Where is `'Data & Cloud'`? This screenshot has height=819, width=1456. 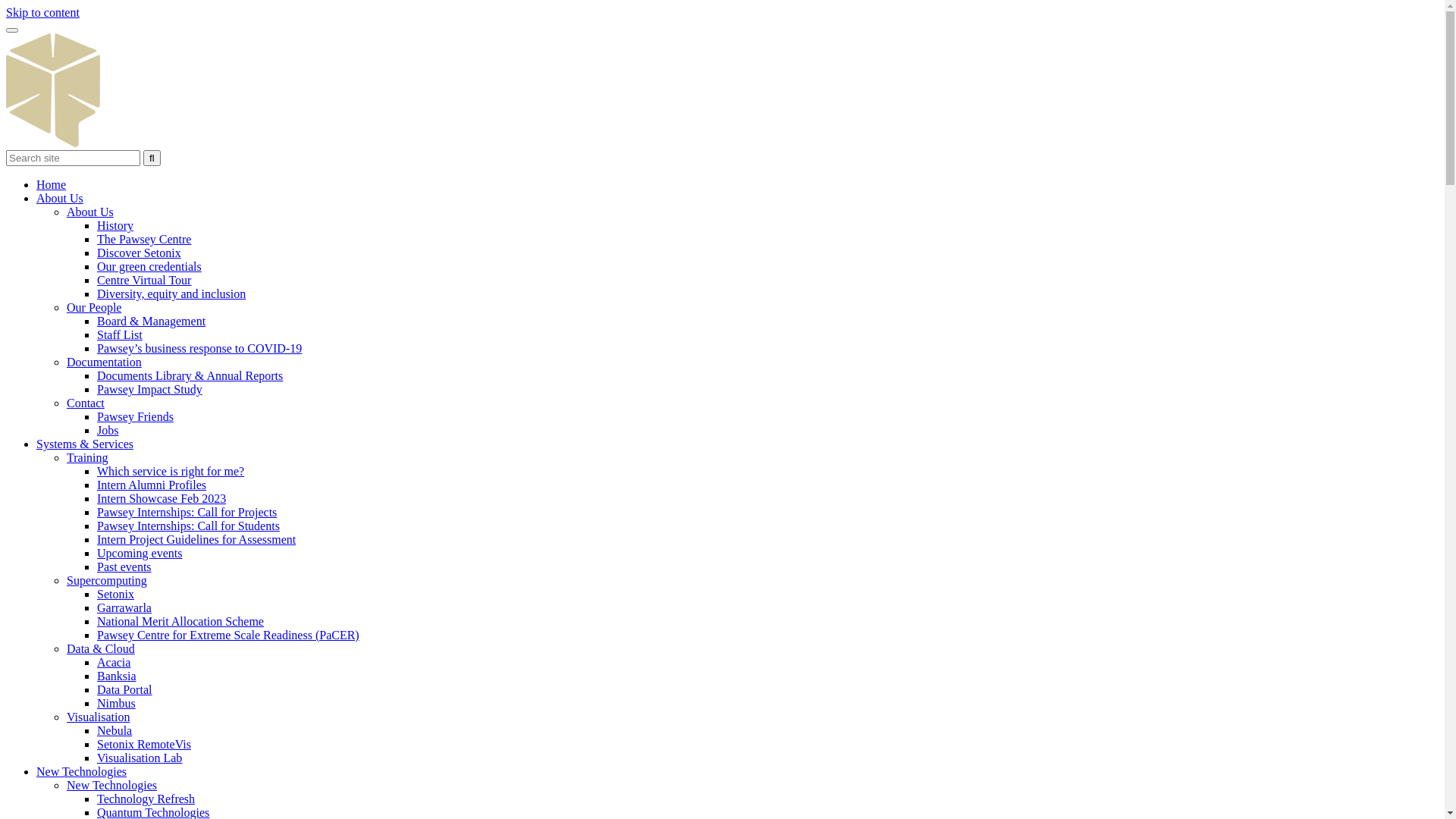 'Data & Cloud' is located at coordinates (100, 648).